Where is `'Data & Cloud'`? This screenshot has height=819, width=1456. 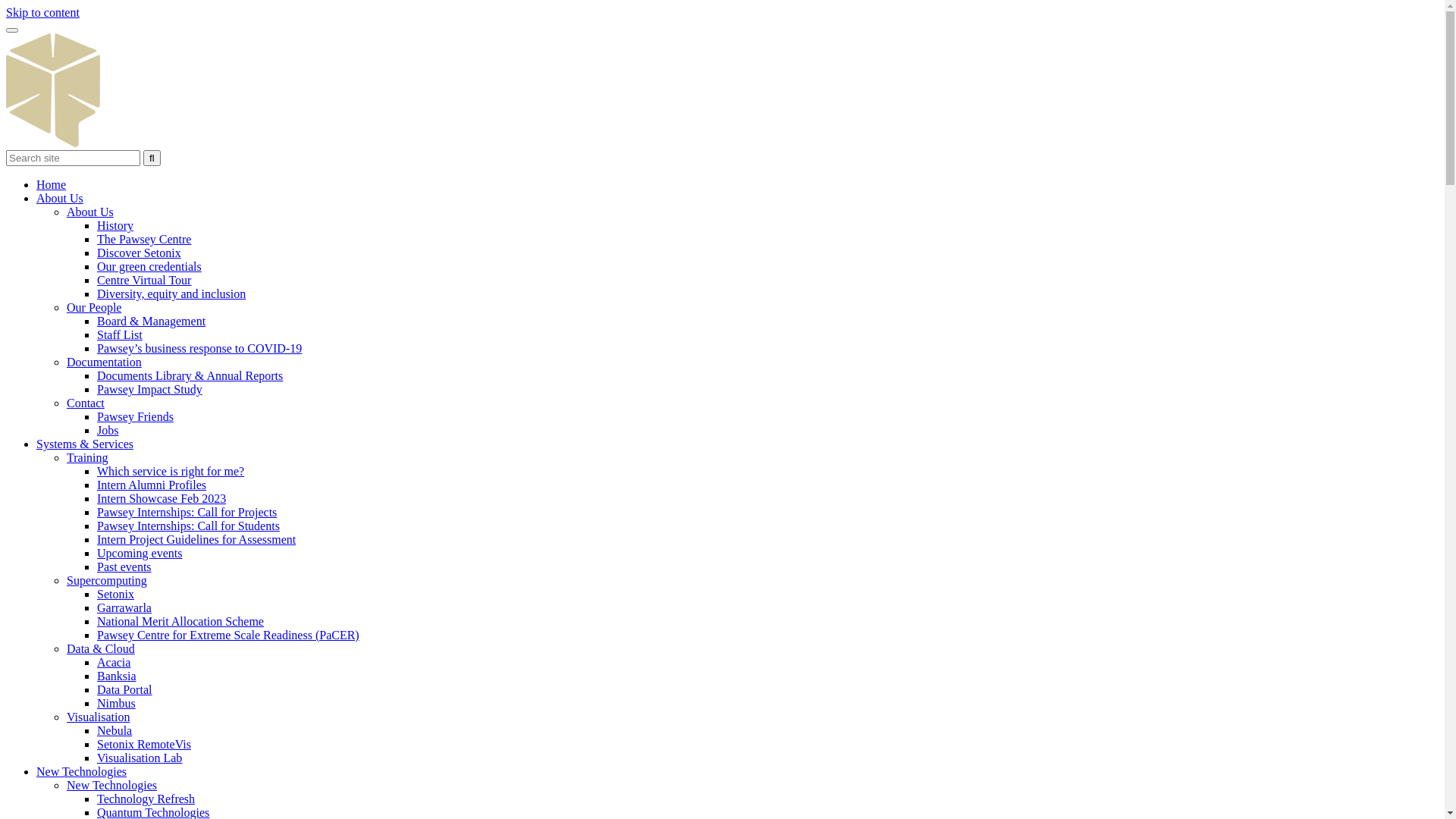 'Data & Cloud' is located at coordinates (100, 648).